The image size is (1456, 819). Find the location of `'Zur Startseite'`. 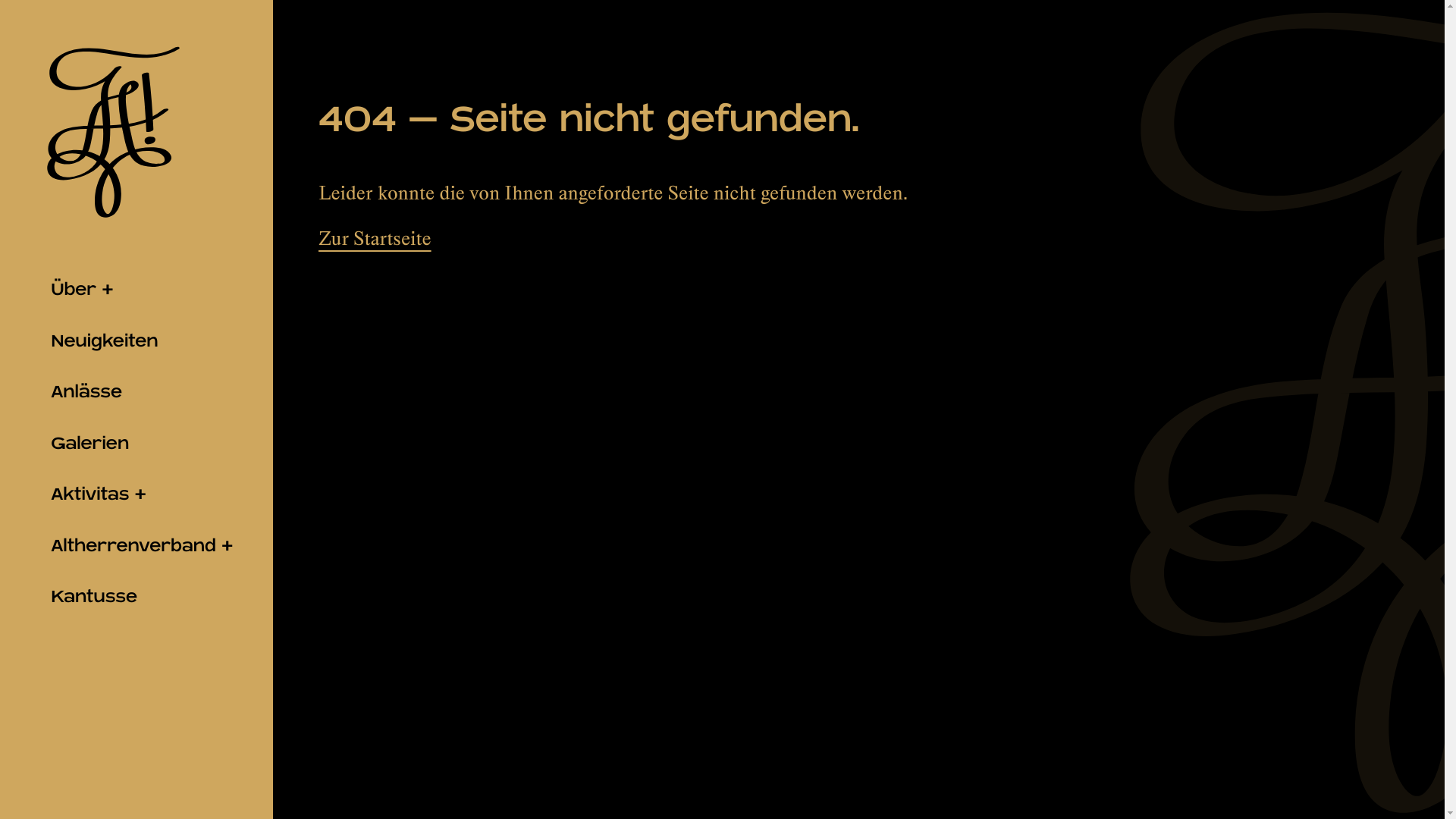

'Zur Startseite' is located at coordinates (375, 238).